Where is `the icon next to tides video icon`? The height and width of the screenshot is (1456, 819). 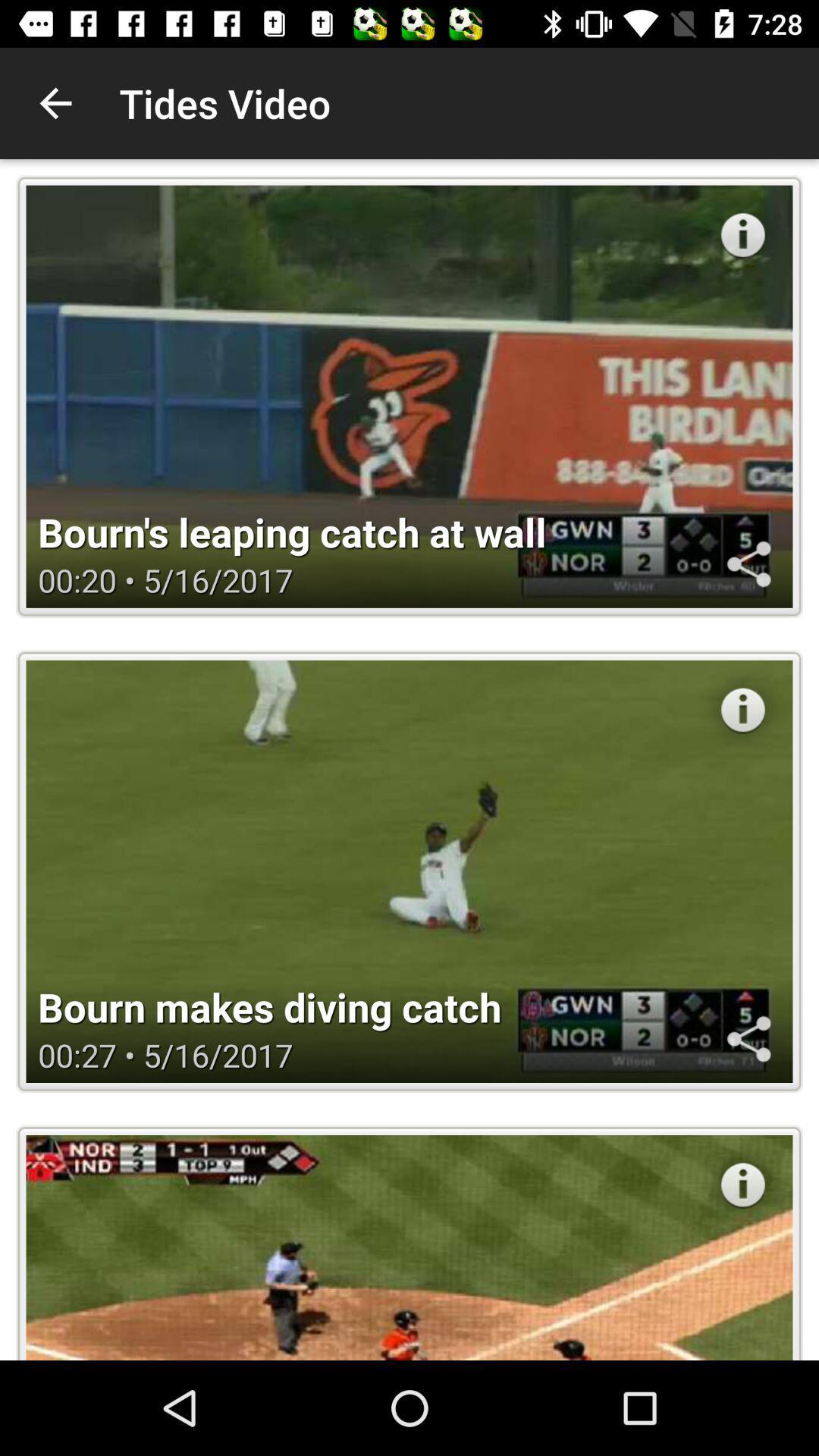
the icon next to tides video icon is located at coordinates (55, 102).